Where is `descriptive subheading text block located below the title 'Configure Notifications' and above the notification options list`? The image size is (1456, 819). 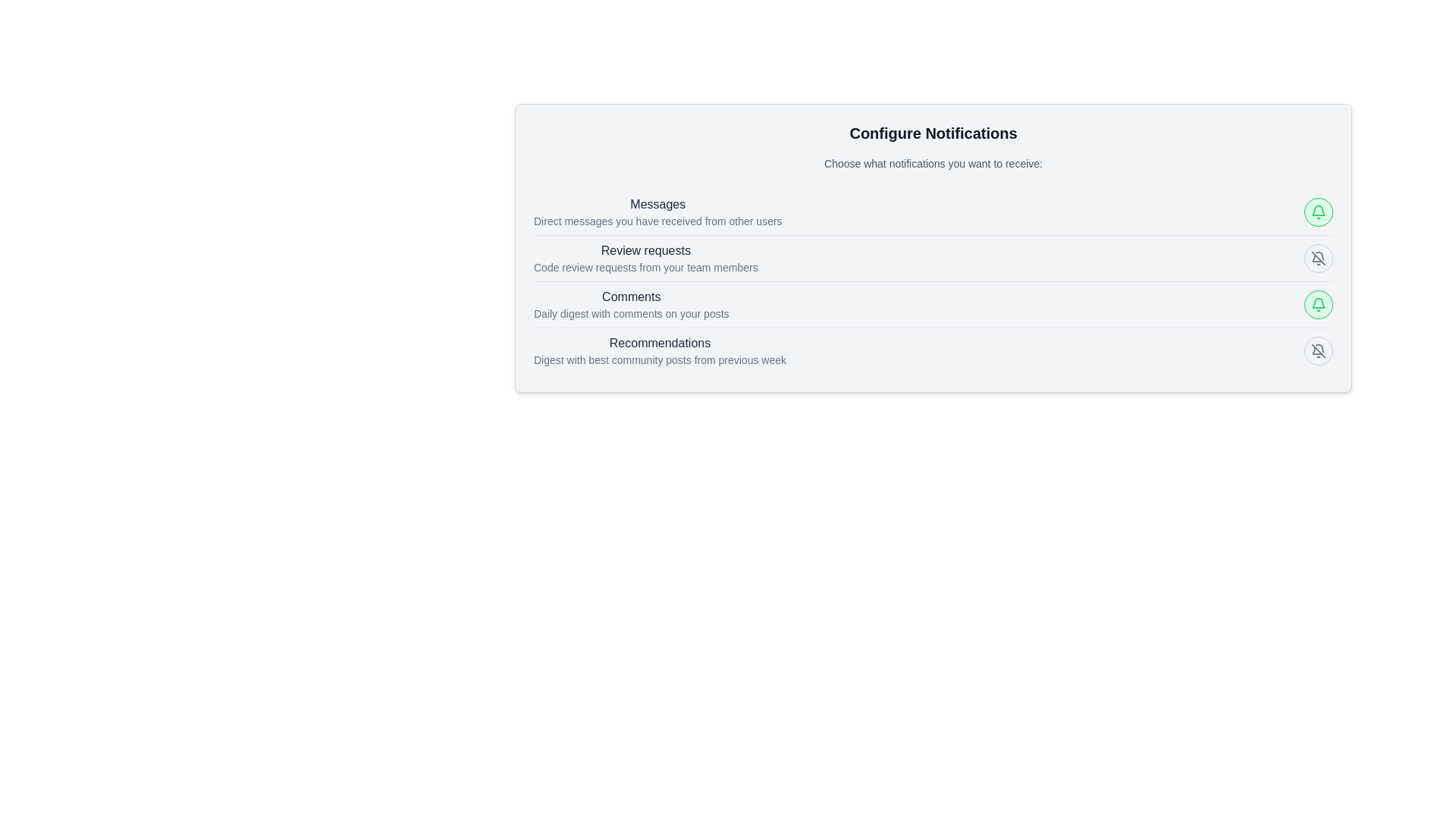 descriptive subheading text block located below the title 'Configure Notifications' and above the notification options list is located at coordinates (932, 164).